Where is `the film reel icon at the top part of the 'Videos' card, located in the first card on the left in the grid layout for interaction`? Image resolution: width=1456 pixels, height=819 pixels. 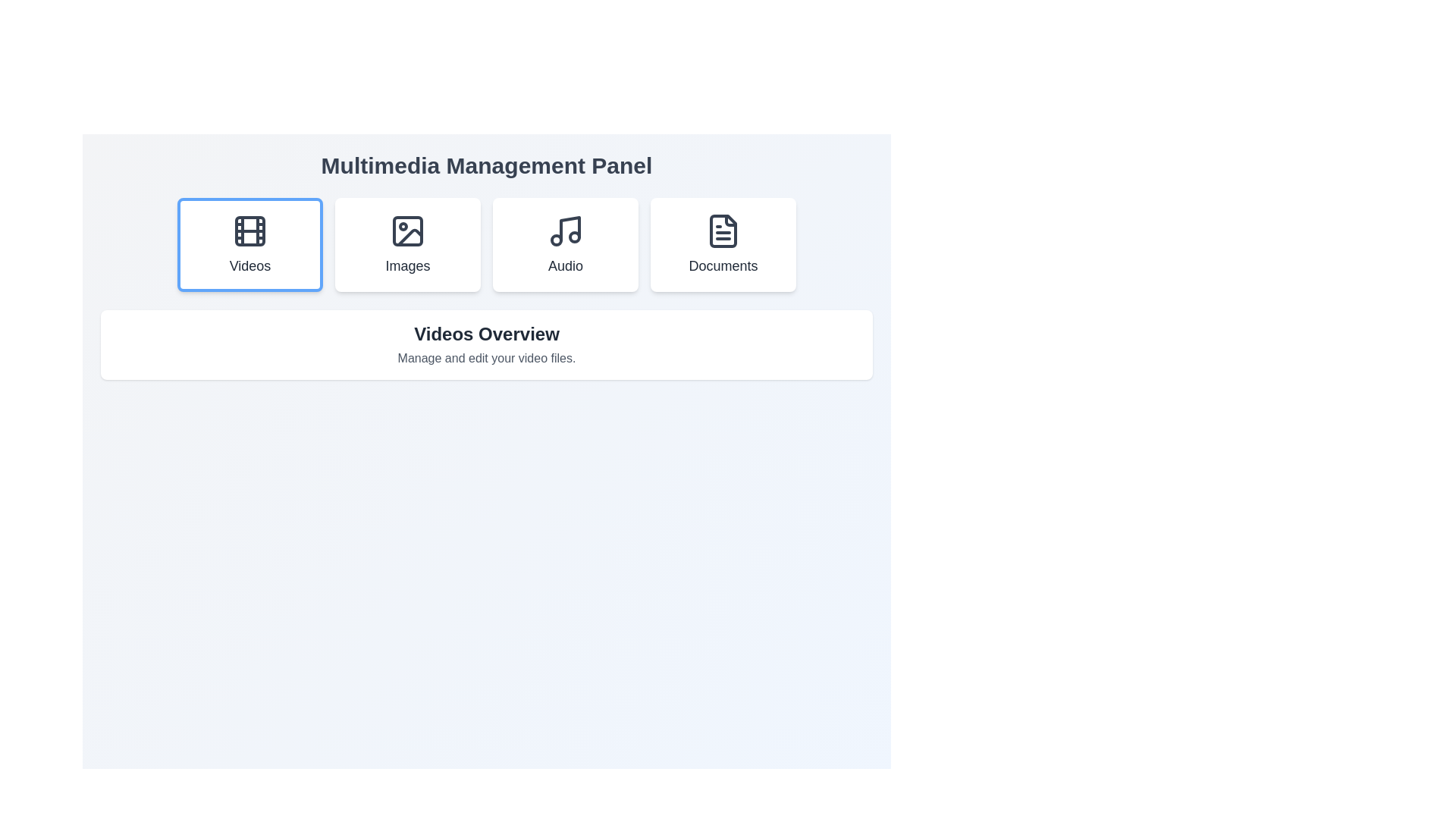 the film reel icon at the top part of the 'Videos' card, located in the first card on the left in the grid layout for interaction is located at coordinates (250, 231).